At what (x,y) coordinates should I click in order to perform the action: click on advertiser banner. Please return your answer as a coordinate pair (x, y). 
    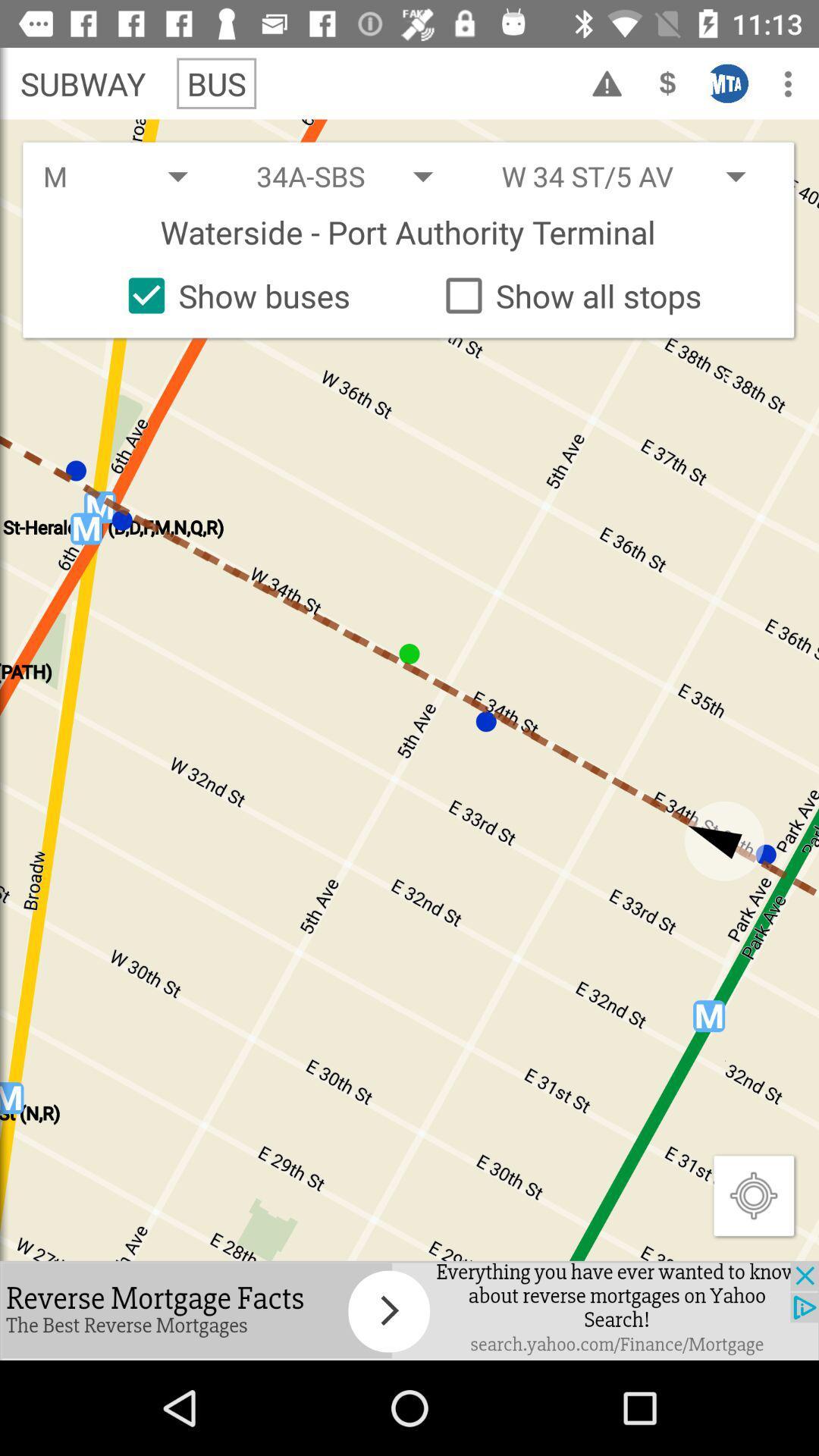
    Looking at the image, I should click on (409, 1310).